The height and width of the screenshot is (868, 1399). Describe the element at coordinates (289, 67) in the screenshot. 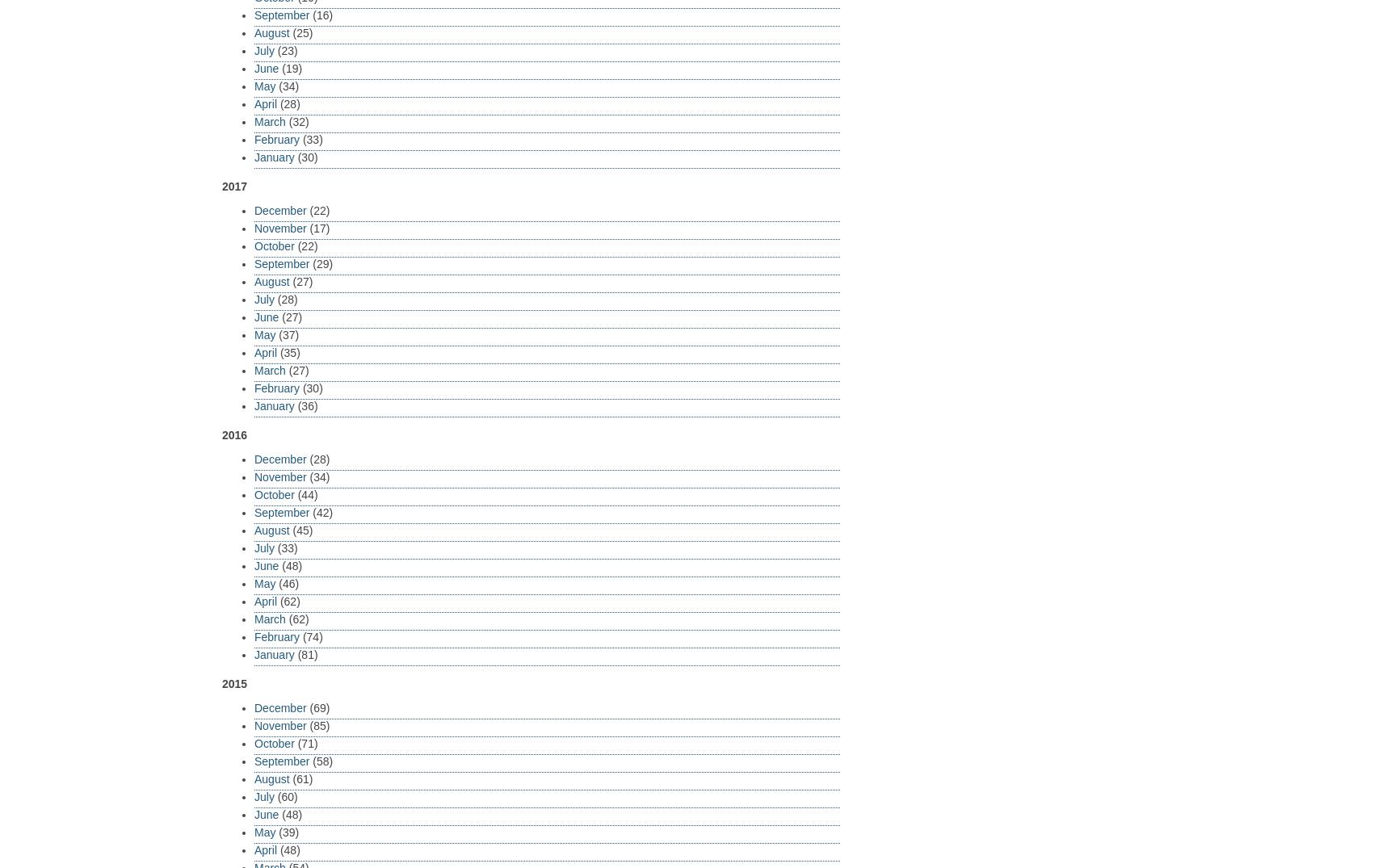

I see `'(19)'` at that location.